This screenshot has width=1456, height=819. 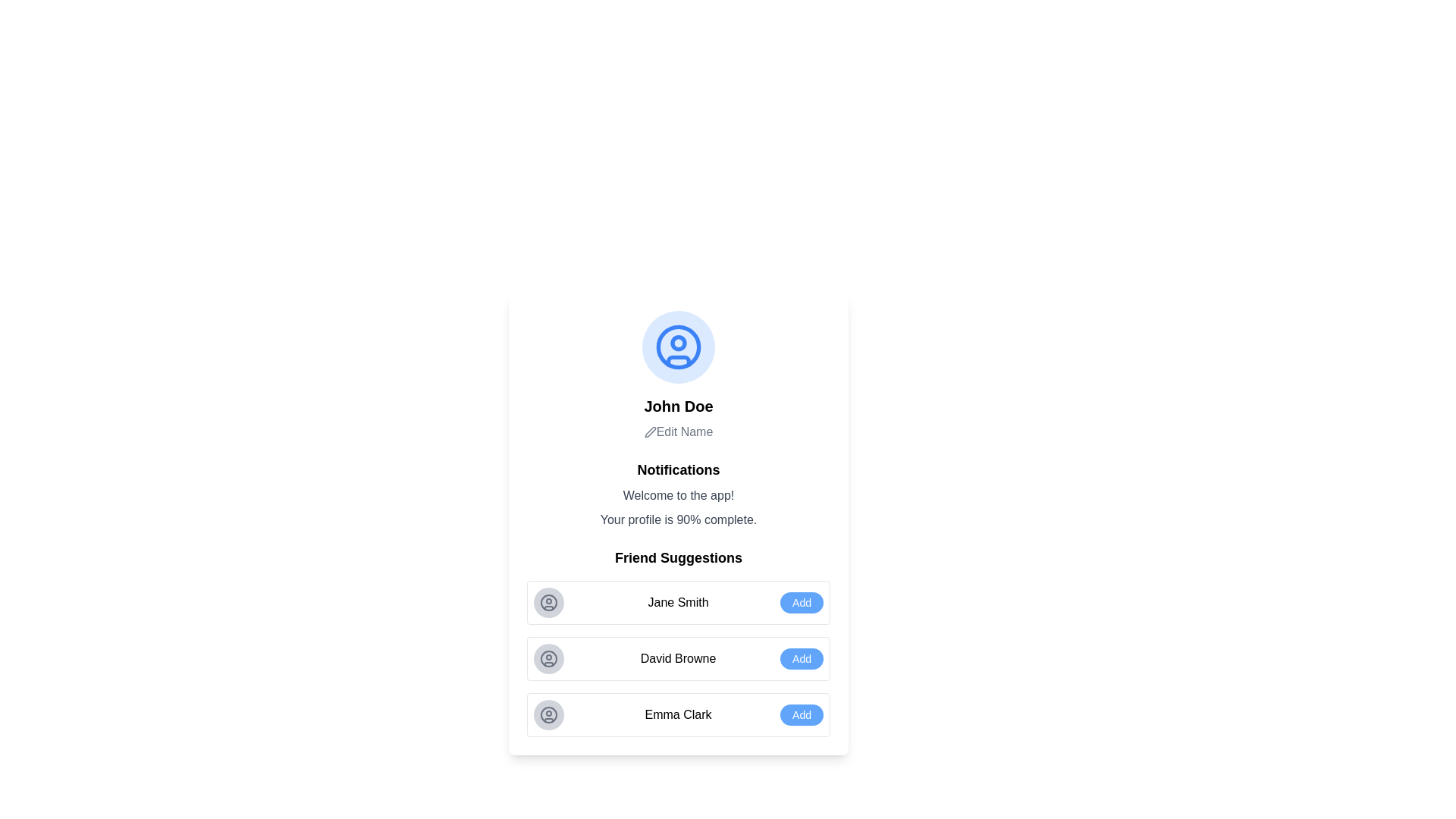 What do you see at coordinates (650, 432) in the screenshot?
I see `the small pen icon used for editing, located to the right of the 'Edit Name' text, below the 'John Doe' title and user avatar image` at bounding box center [650, 432].